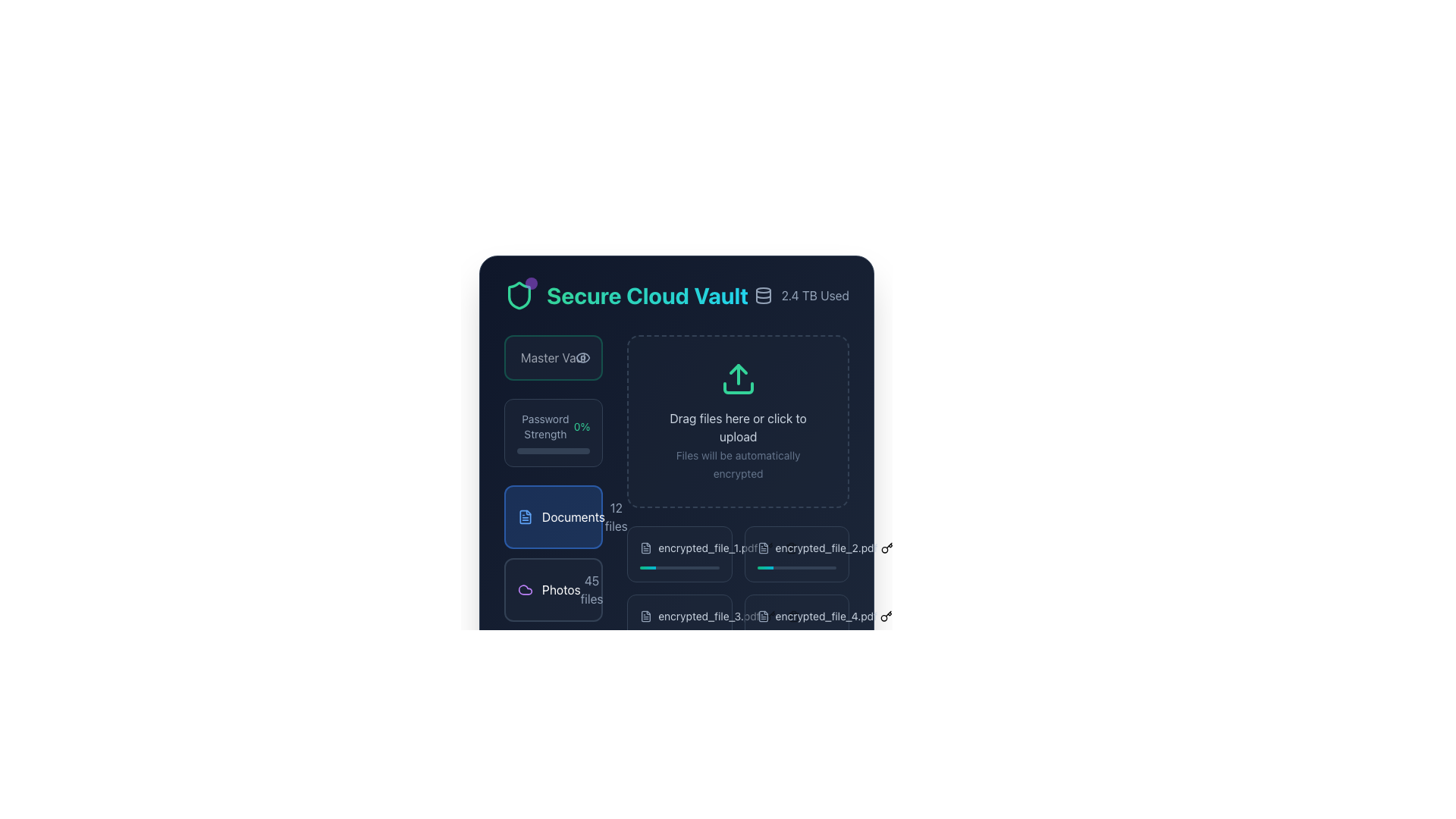 The height and width of the screenshot is (819, 1456). I want to click on the file icon representing 'encrypted_file_1.pdf', which is a small document icon located to the left of the text displaying the file name, so click(646, 548).